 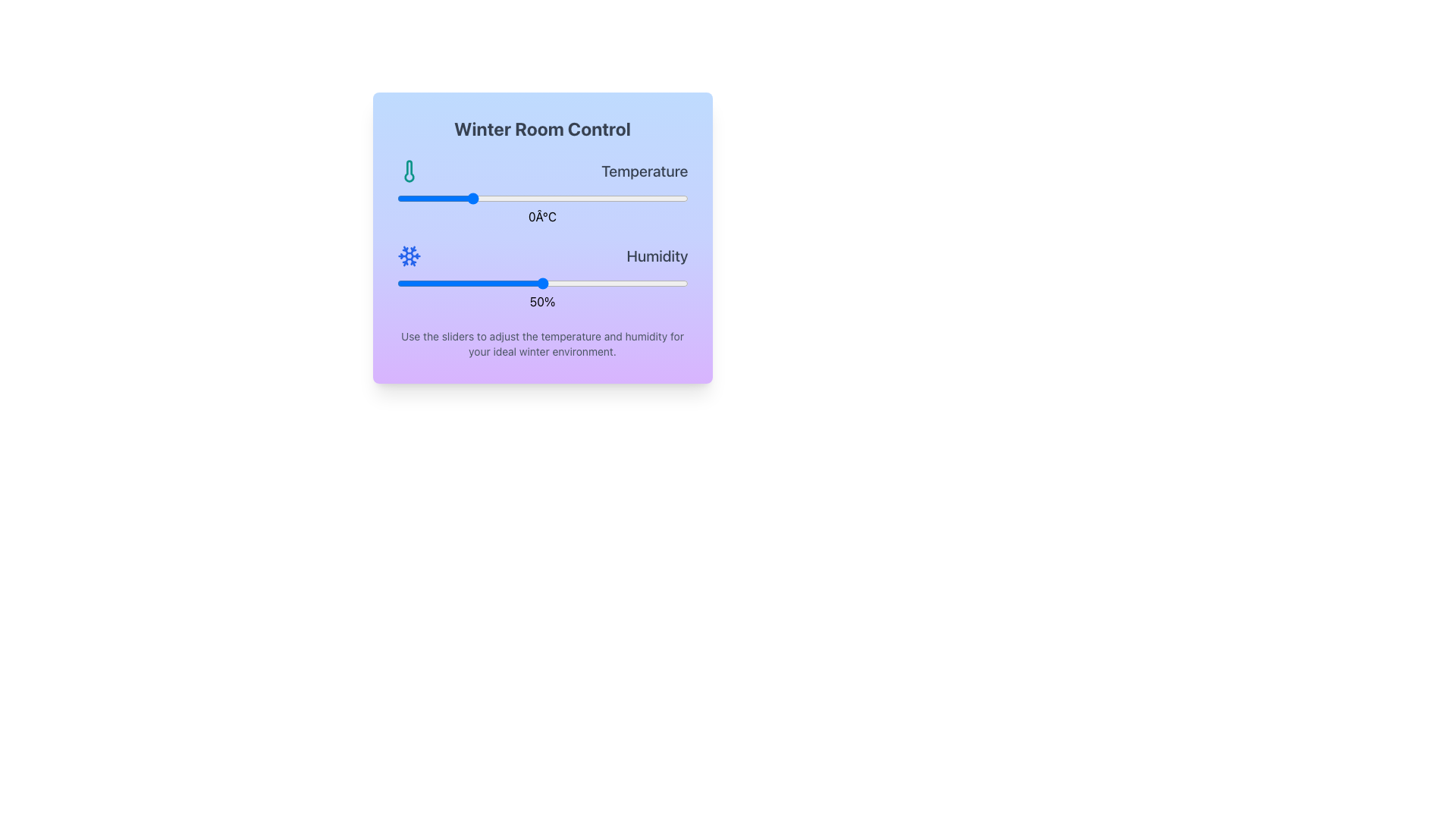 What do you see at coordinates (659, 198) in the screenshot?
I see `the temperature` at bounding box center [659, 198].